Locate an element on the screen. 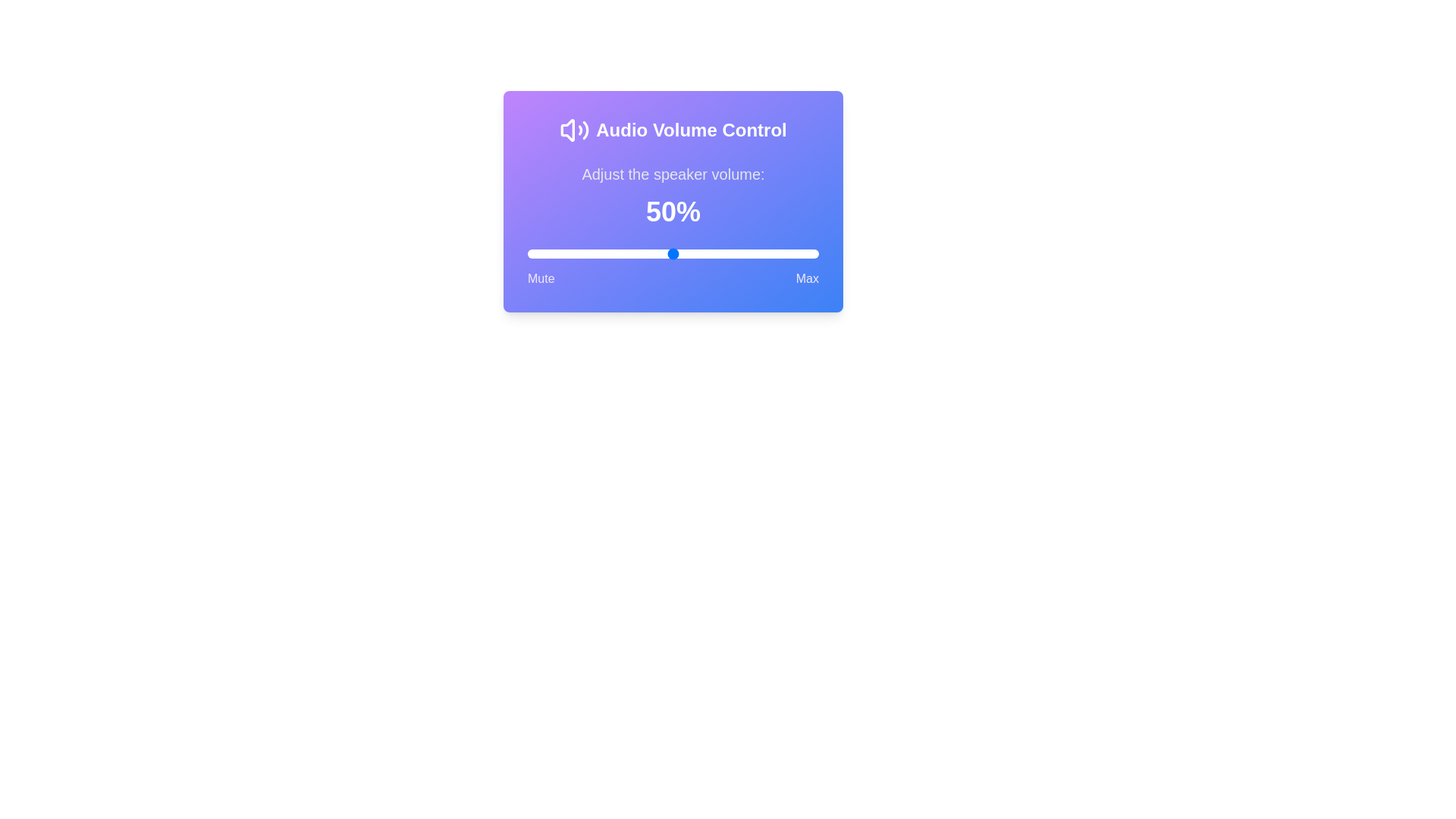 This screenshot has height=819, width=1456. the volume slider to 10% is located at coordinates (556, 253).